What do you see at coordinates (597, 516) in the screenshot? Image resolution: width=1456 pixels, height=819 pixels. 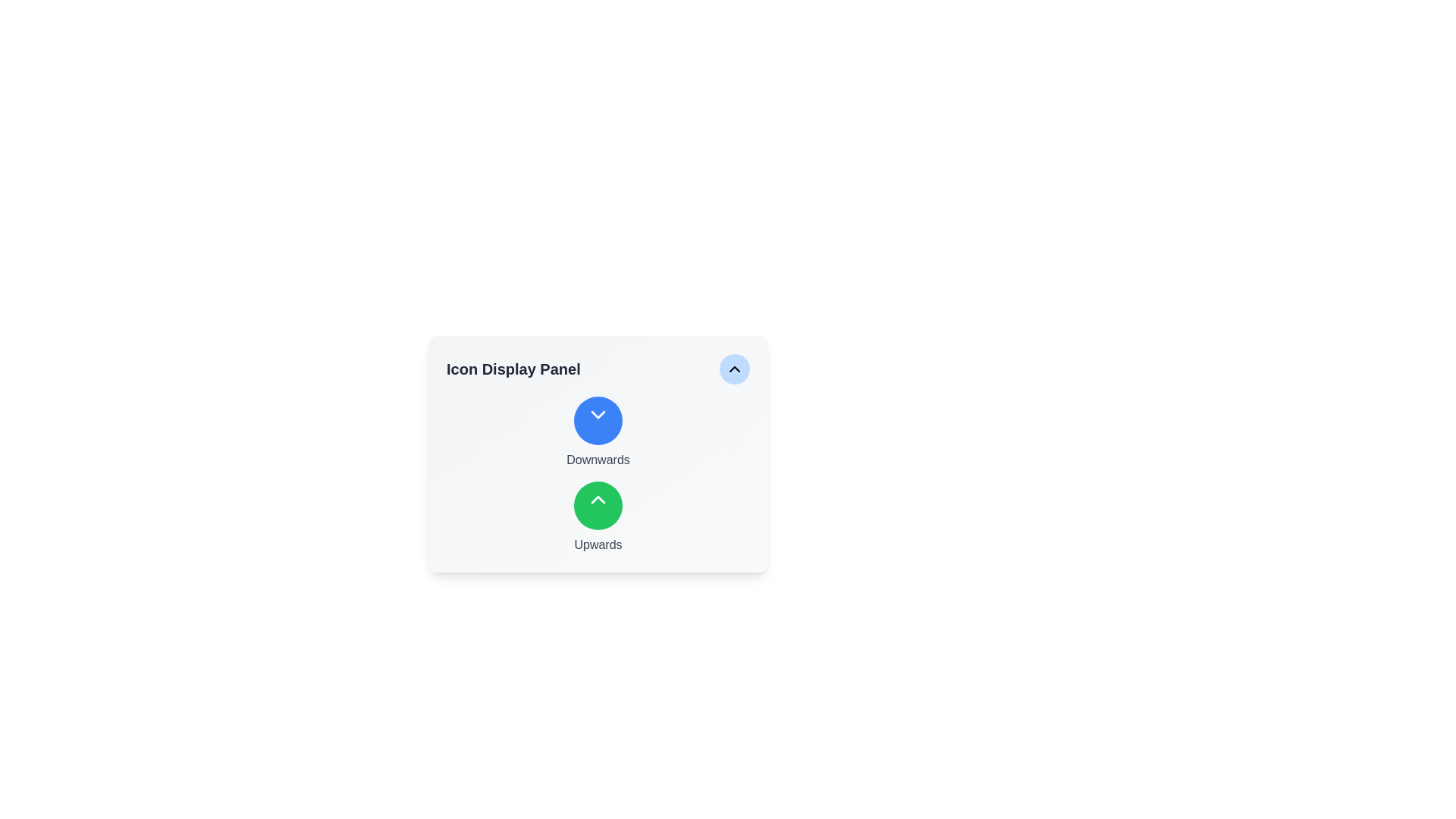 I see `the second button in a vertically stacked layout within the panel, which represents an upward navigation function` at bounding box center [597, 516].